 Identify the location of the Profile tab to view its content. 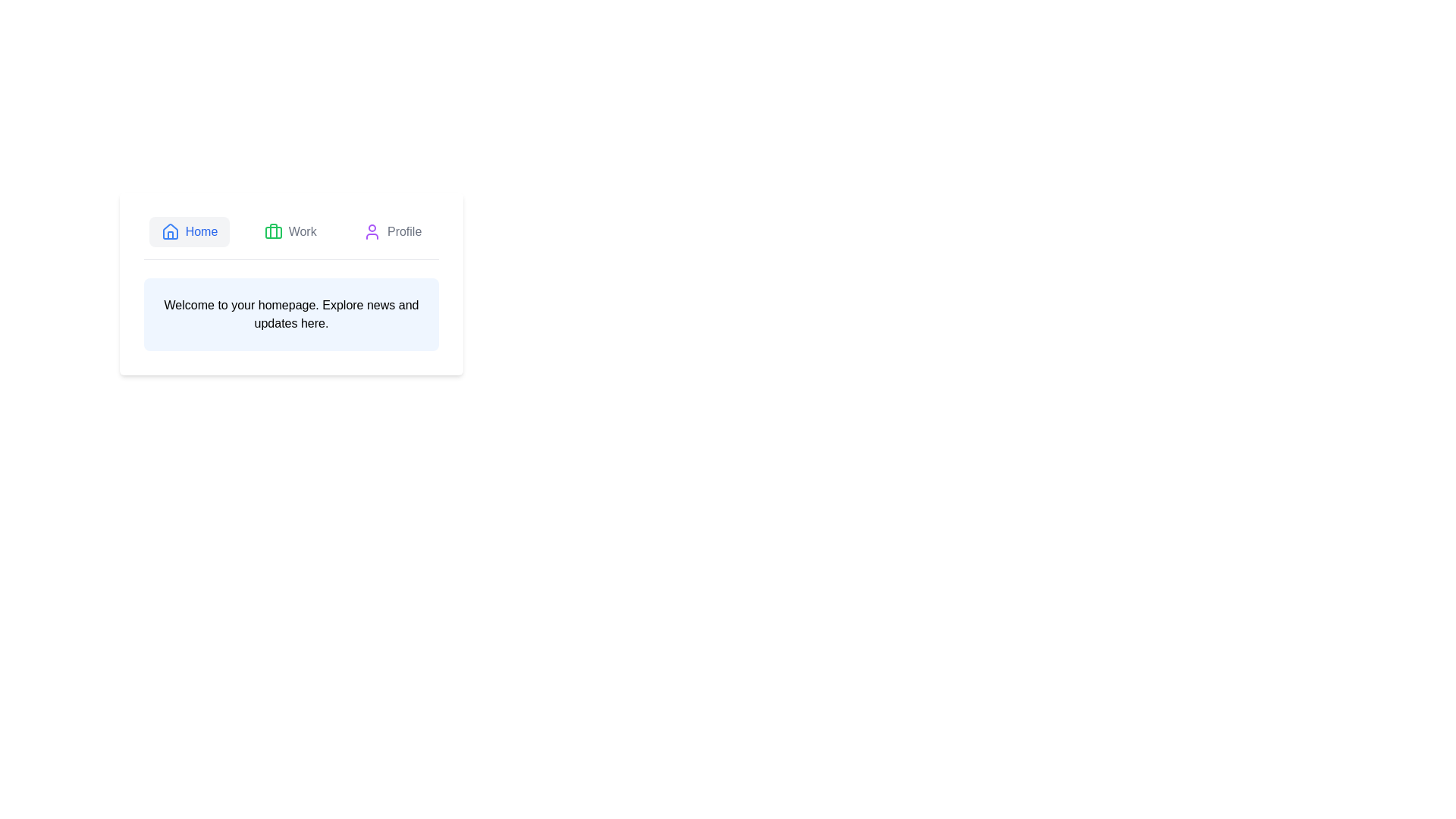
(392, 231).